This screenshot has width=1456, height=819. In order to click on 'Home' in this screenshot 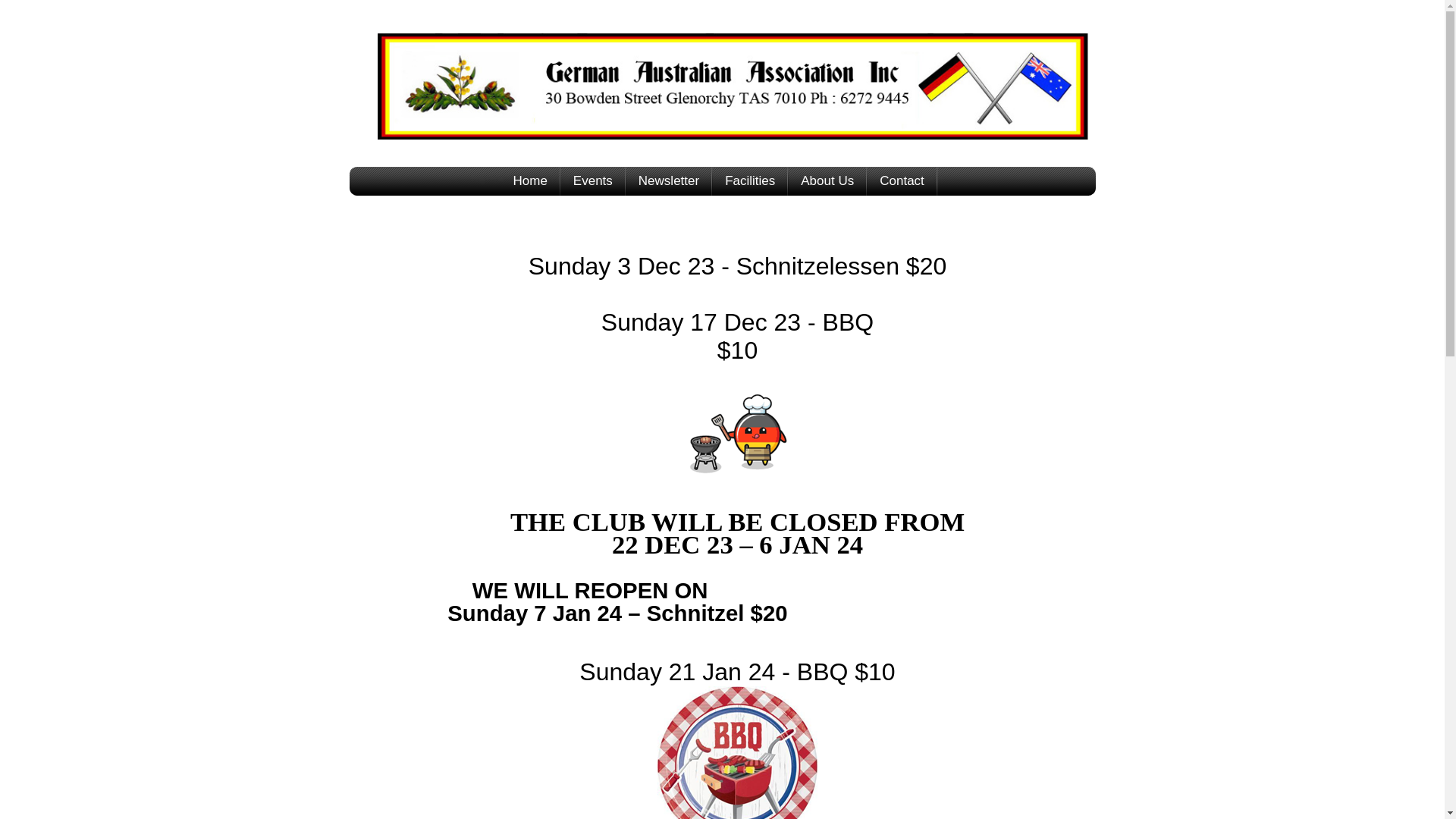, I will do `click(530, 180)`.